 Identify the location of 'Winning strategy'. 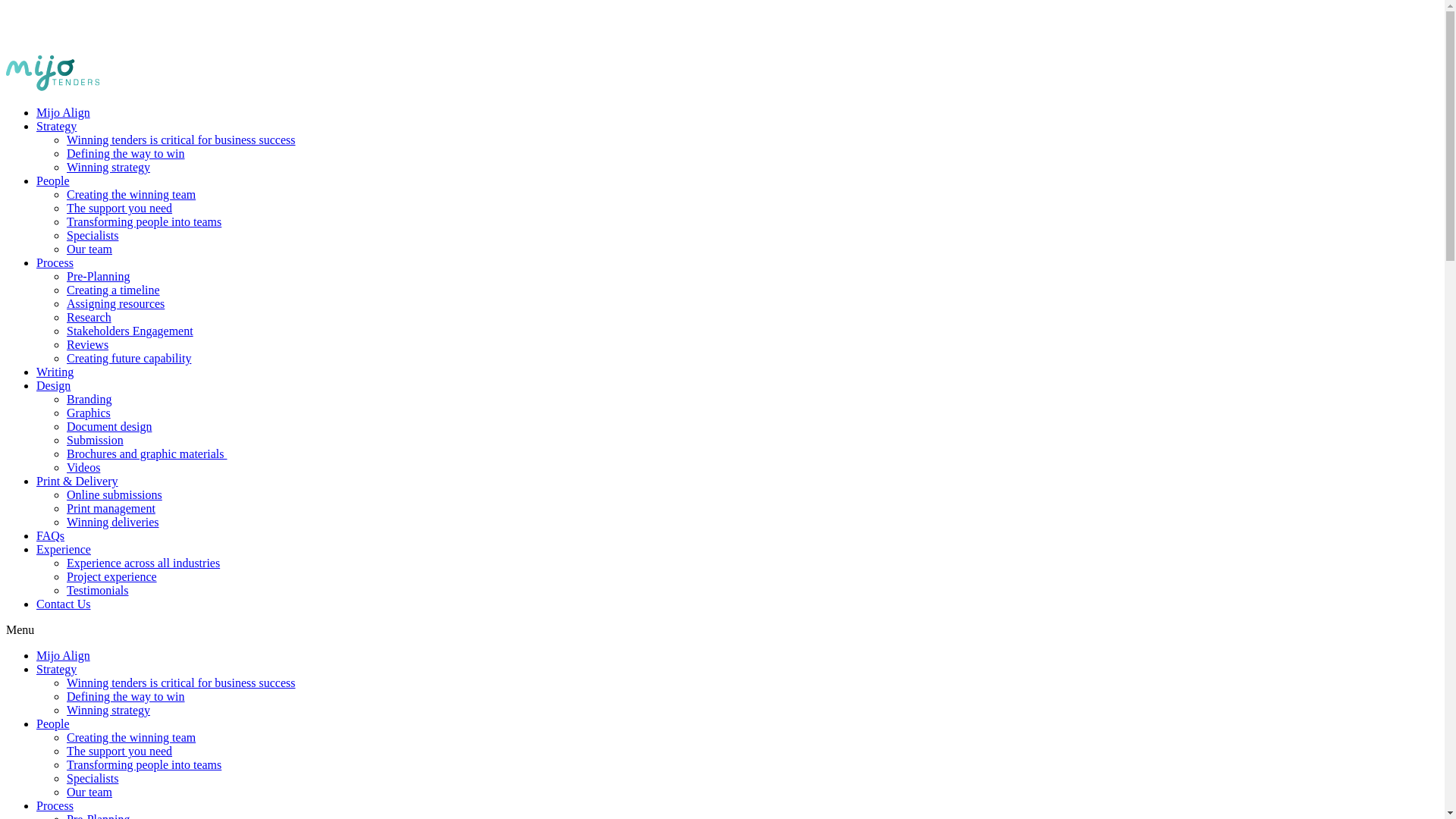
(65, 710).